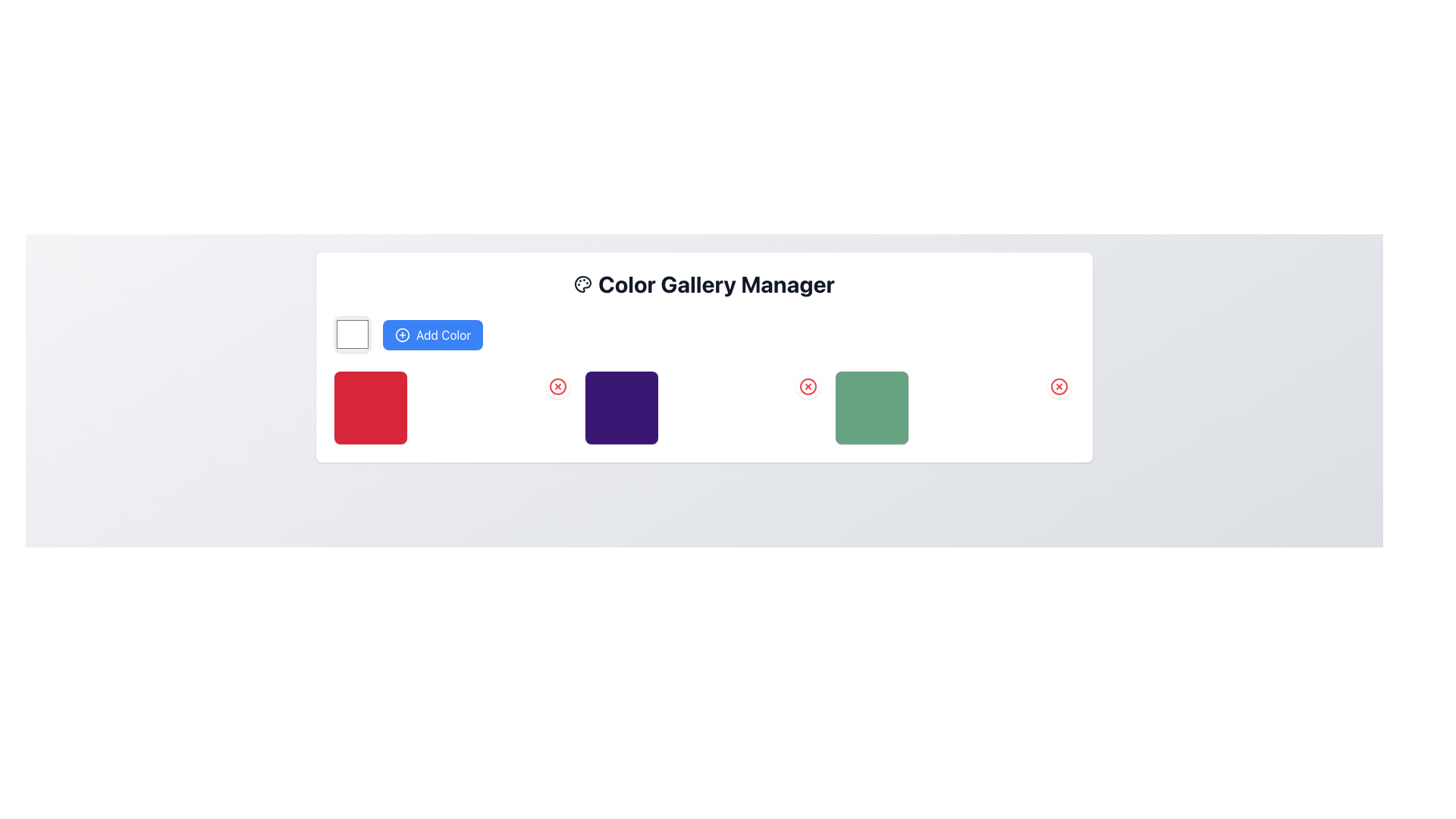  I want to click on the interactive button in the top-right corner of the green box, so click(1058, 385).